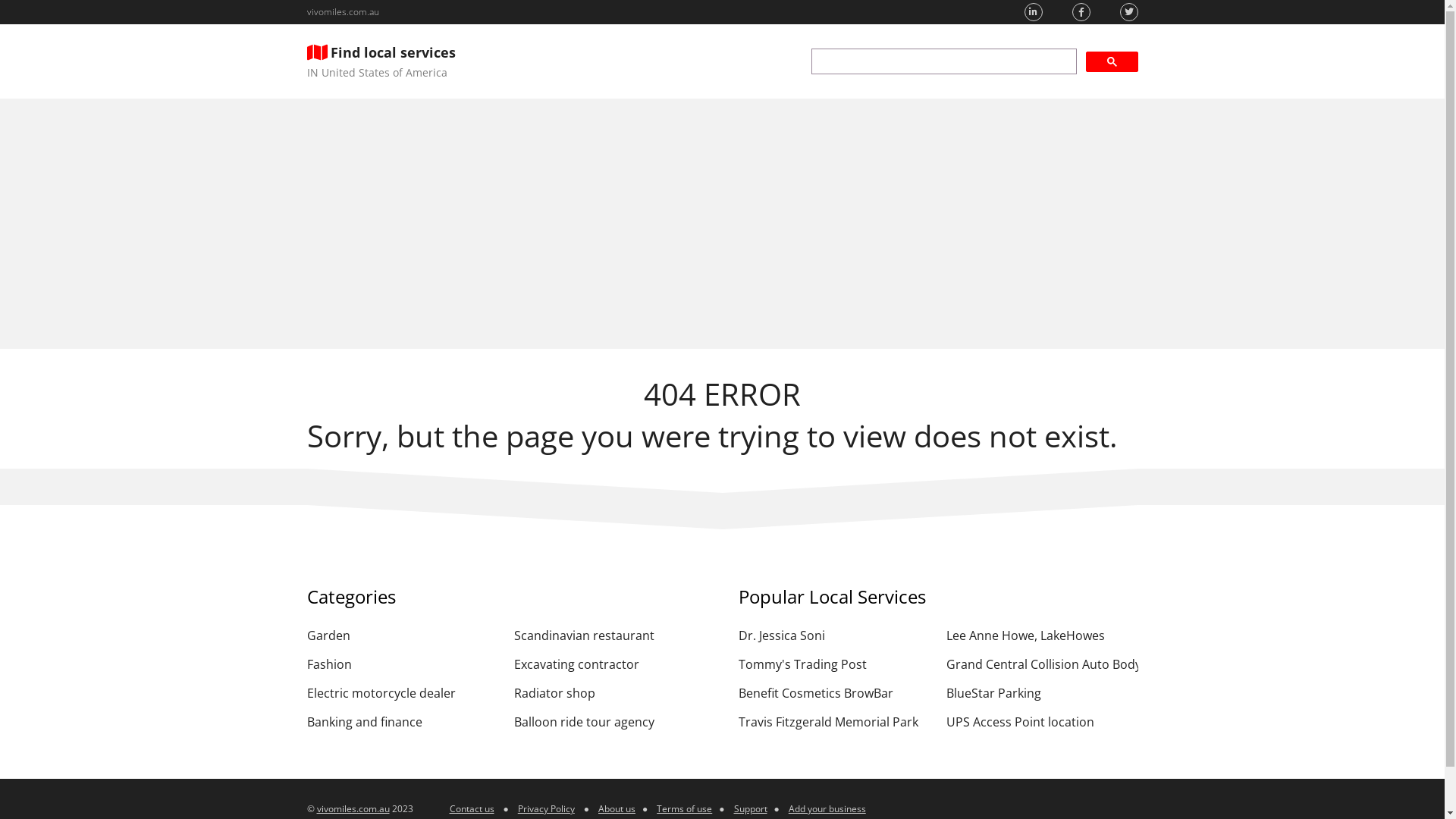 This screenshot has height=819, width=1456. Describe the element at coordinates (402, 721) in the screenshot. I see `'Banking and finance'` at that location.